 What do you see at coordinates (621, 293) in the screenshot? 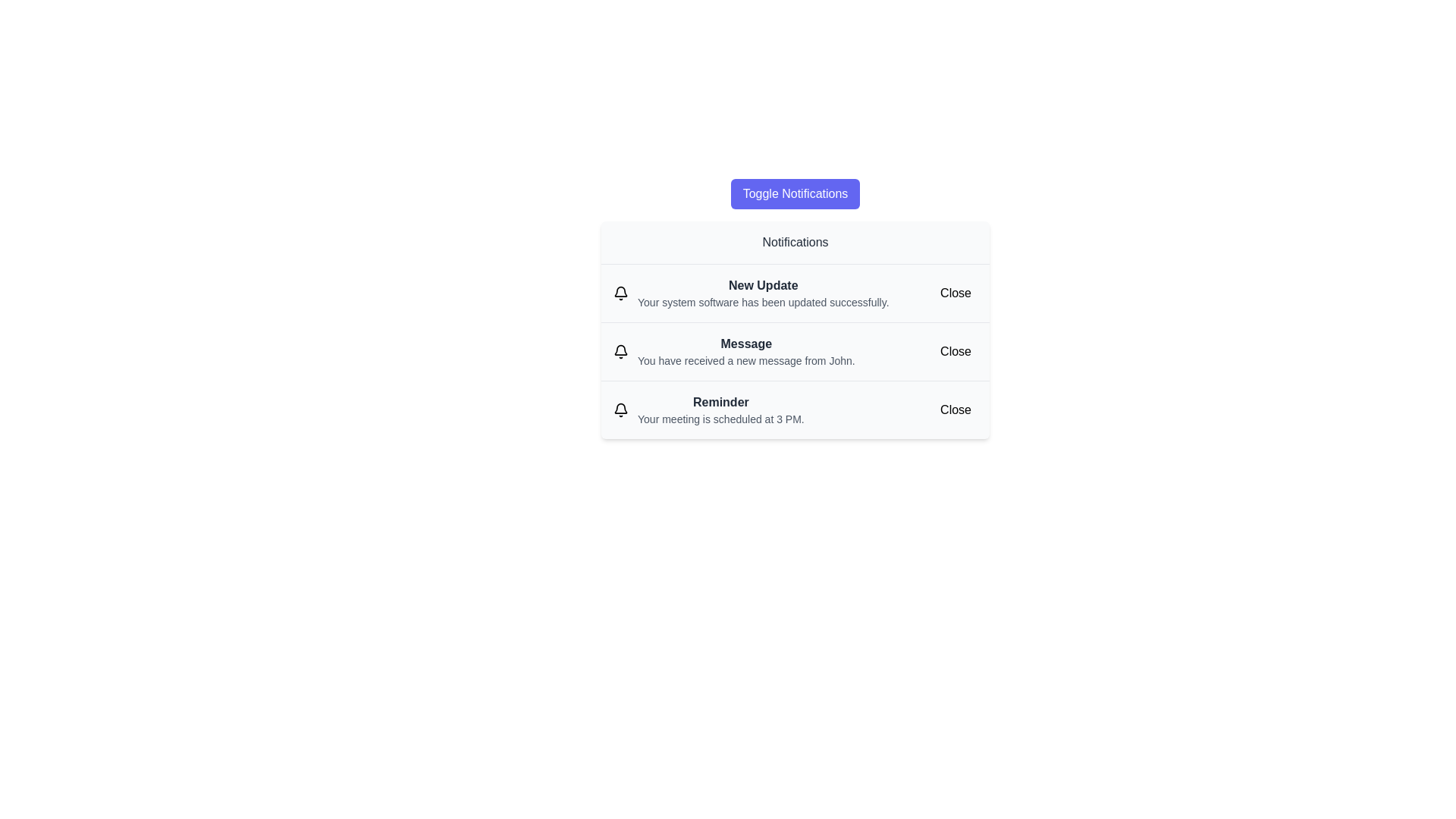
I see `the bell-shaped notification icon located on the far left of the notification row that contains the 'New Update' text` at bounding box center [621, 293].